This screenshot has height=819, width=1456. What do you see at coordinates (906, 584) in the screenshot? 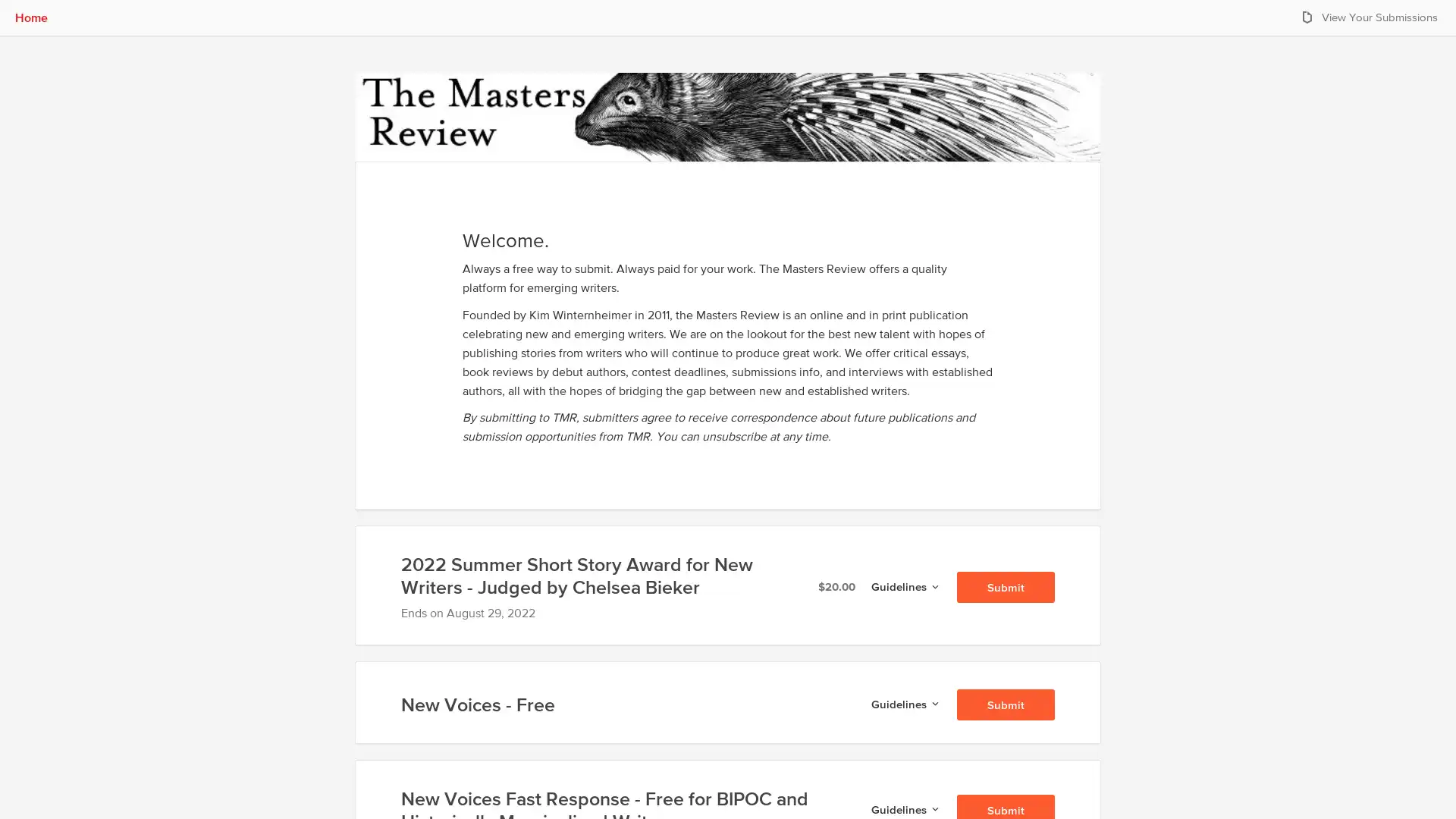
I see `Guidelines for 2022 Summer Short Story Award for New Writers - Judged by Chelsea Bieker` at bounding box center [906, 584].